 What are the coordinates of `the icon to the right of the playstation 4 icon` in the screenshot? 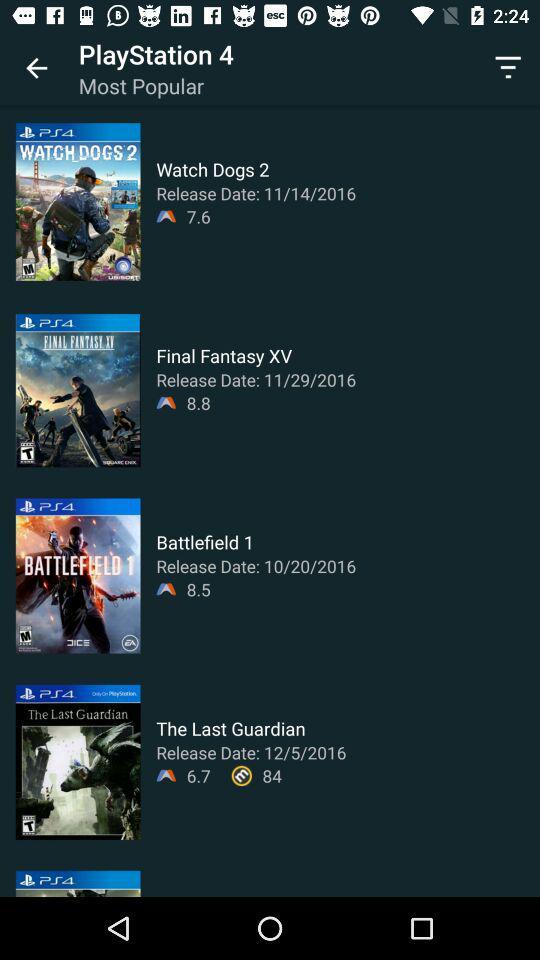 It's located at (508, 68).